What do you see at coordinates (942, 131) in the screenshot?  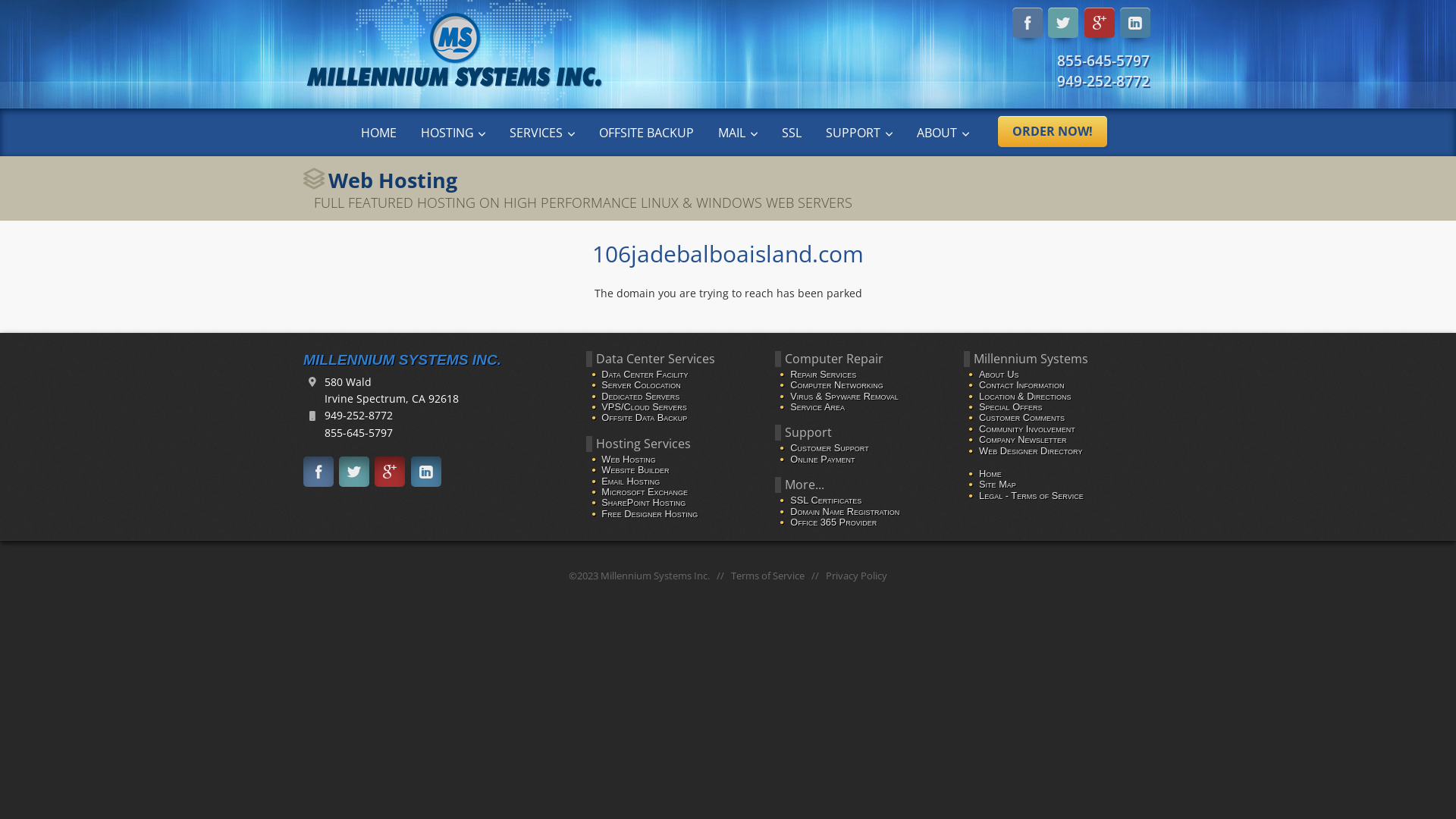 I see `'ABOUT'` at bounding box center [942, 131].